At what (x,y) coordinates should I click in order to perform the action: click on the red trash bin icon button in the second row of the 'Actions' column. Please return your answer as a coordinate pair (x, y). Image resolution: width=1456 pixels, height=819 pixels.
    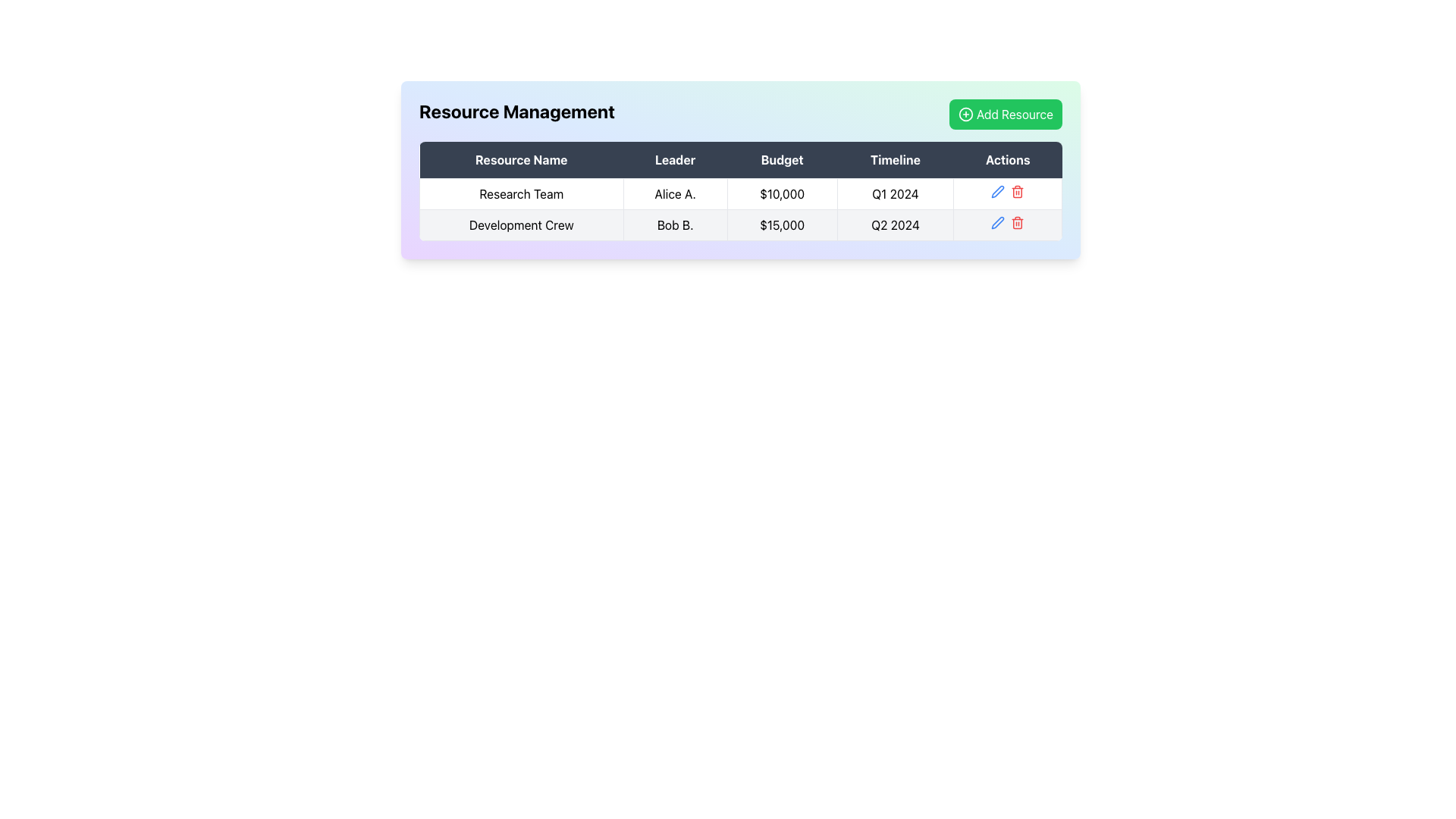
    Looking at the image, I should click on (1018, 191).